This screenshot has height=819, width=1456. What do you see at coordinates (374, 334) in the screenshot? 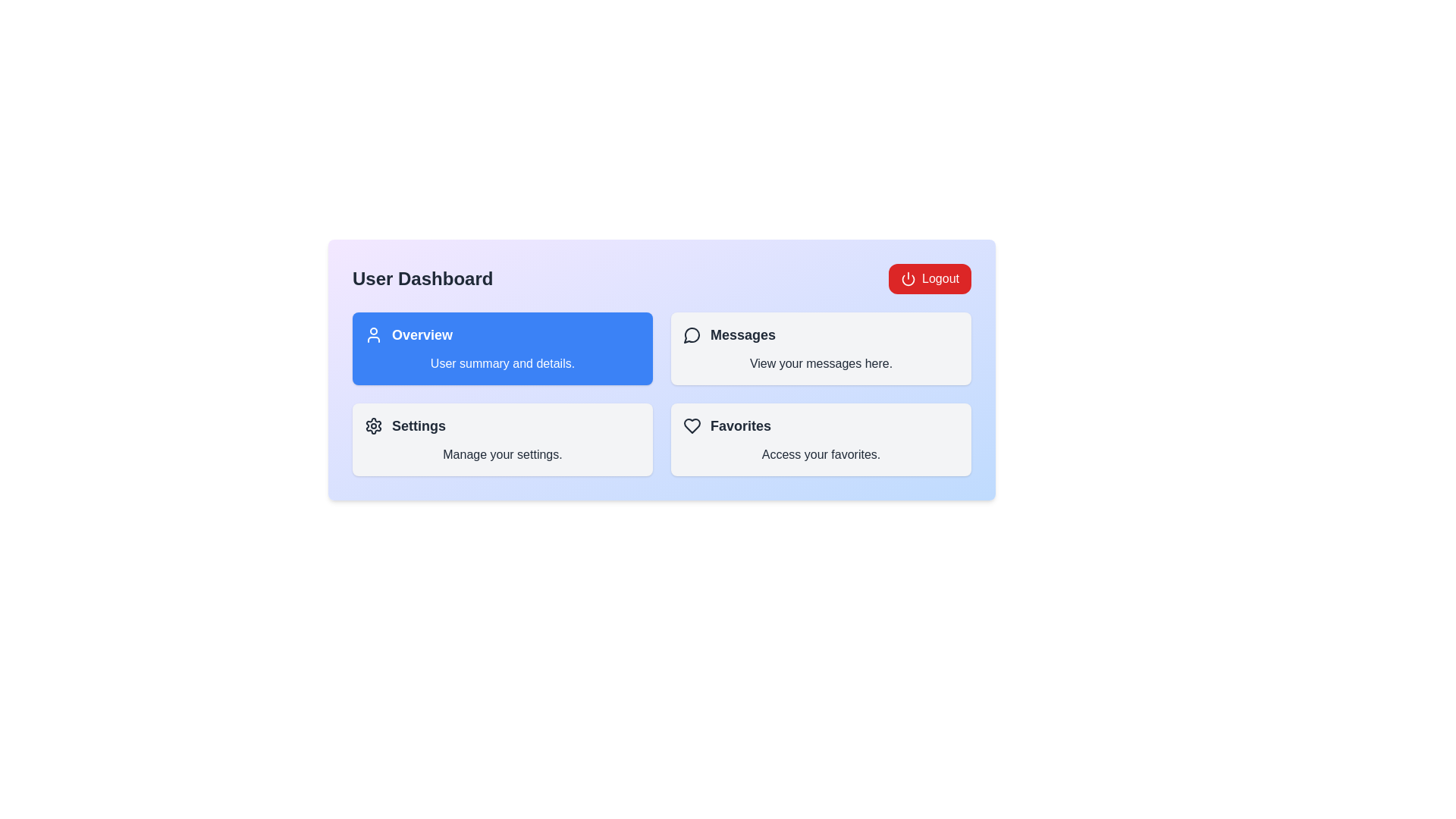
I see `the 'Overview' icon located at the top-left corner of the blue rectangular section preceding the 'Overview' text label` at bounding box center [374, 334].